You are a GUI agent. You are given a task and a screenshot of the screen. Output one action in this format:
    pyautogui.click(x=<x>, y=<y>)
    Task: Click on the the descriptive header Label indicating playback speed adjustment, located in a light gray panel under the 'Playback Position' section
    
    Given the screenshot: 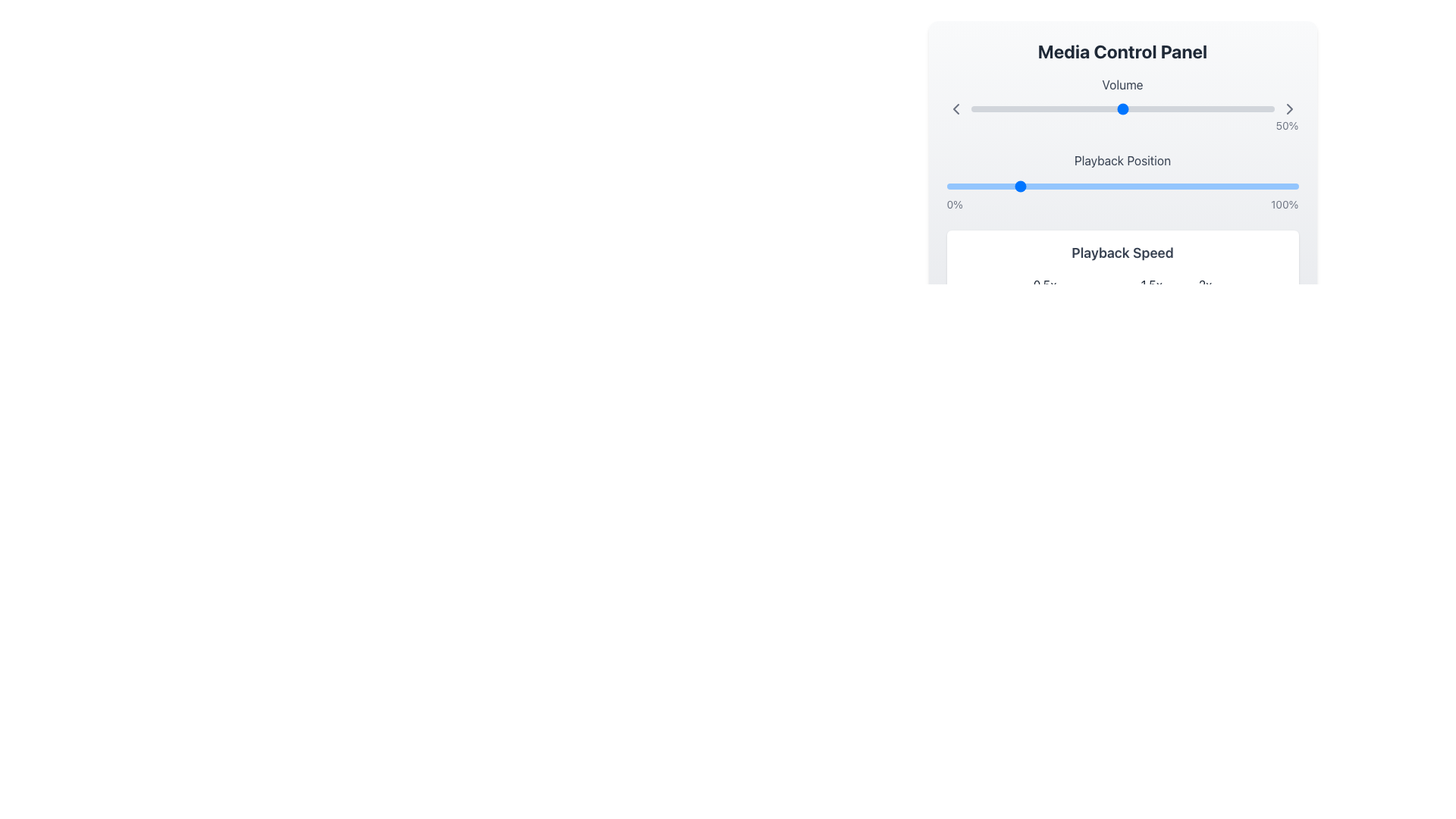 What is the action you would take?
    pyautogui.click(x=1122, y=253)
    